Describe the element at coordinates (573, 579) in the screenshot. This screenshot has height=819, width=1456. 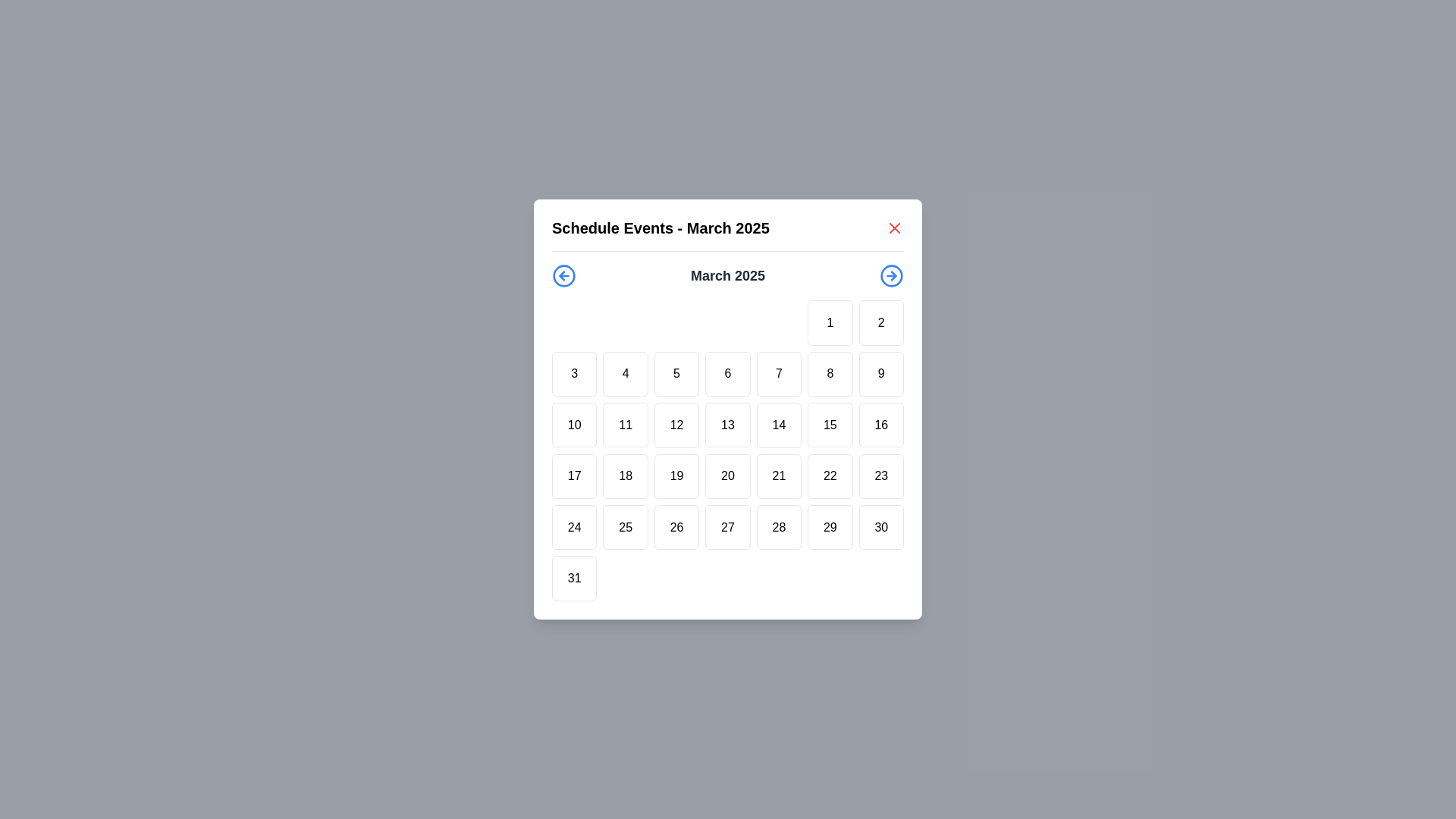
I see `the date selection button for '31' in the bottom-left corner of the calendar grid to change its background color` at that location.